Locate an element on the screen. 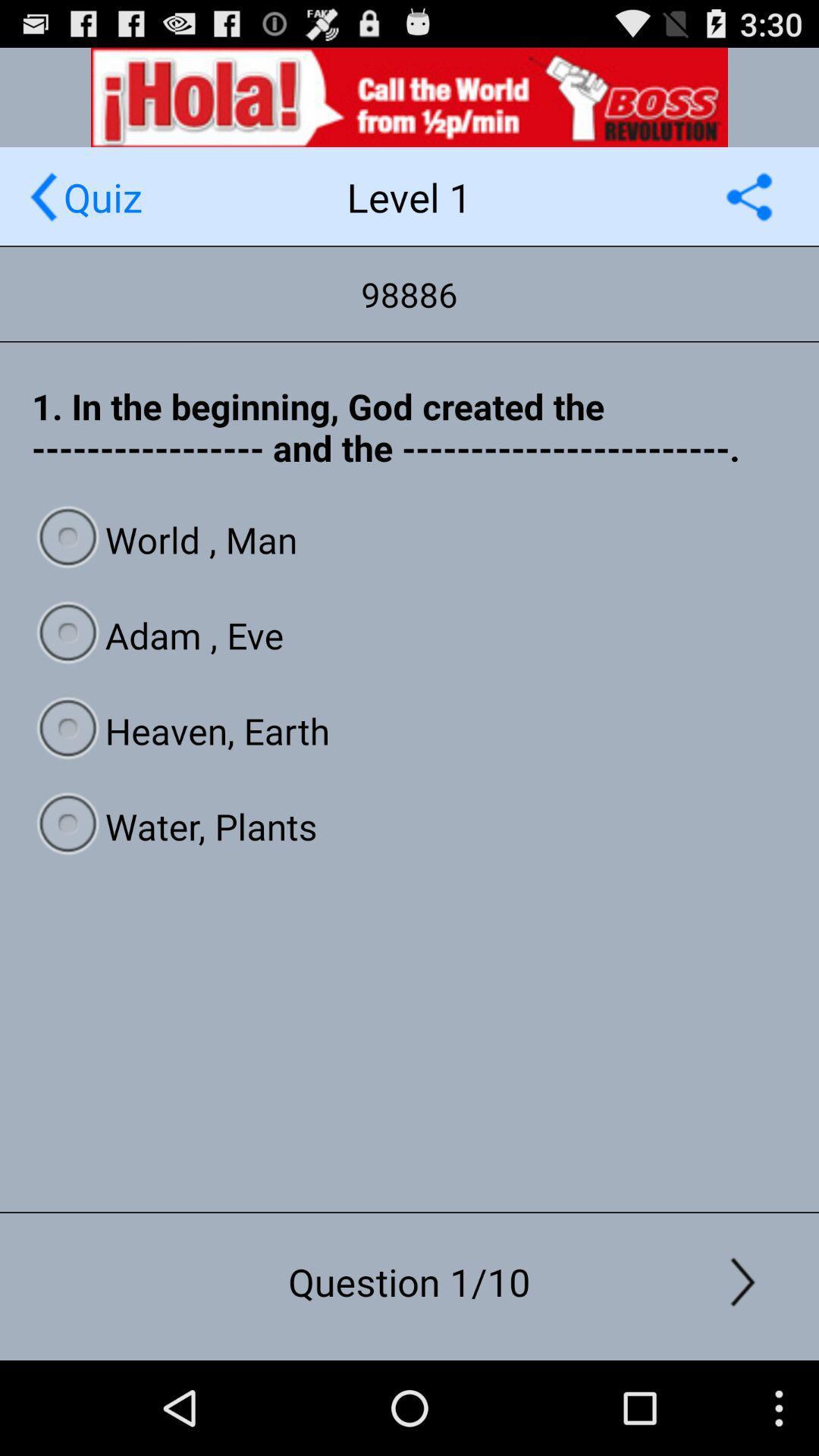  the arrow_backward icon is located at coordinates (42, 210).